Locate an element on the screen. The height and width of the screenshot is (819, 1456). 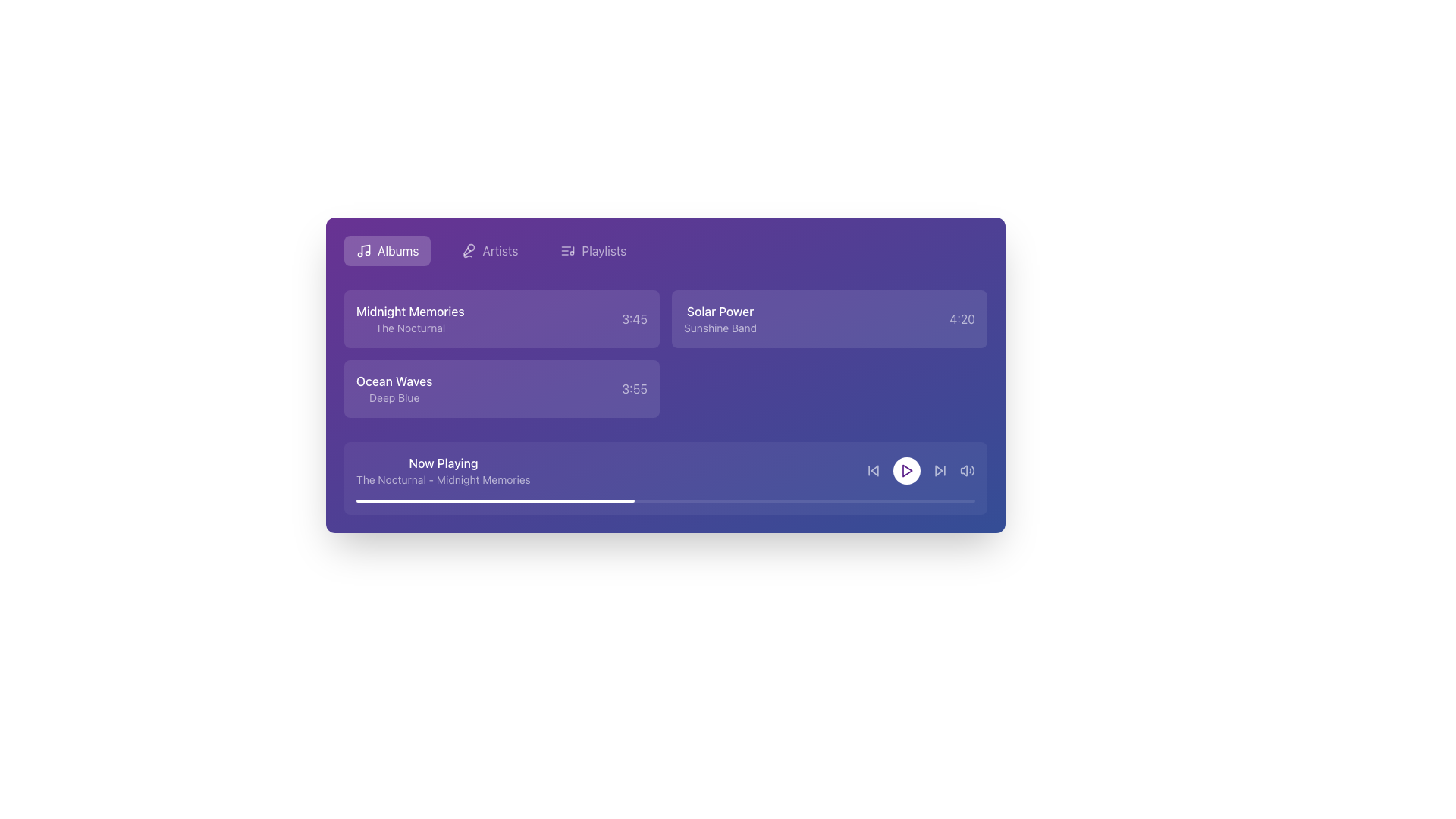
the 'Playlists' button in the navigation bar located at the top of the layout is located at coordinates (666, 250).